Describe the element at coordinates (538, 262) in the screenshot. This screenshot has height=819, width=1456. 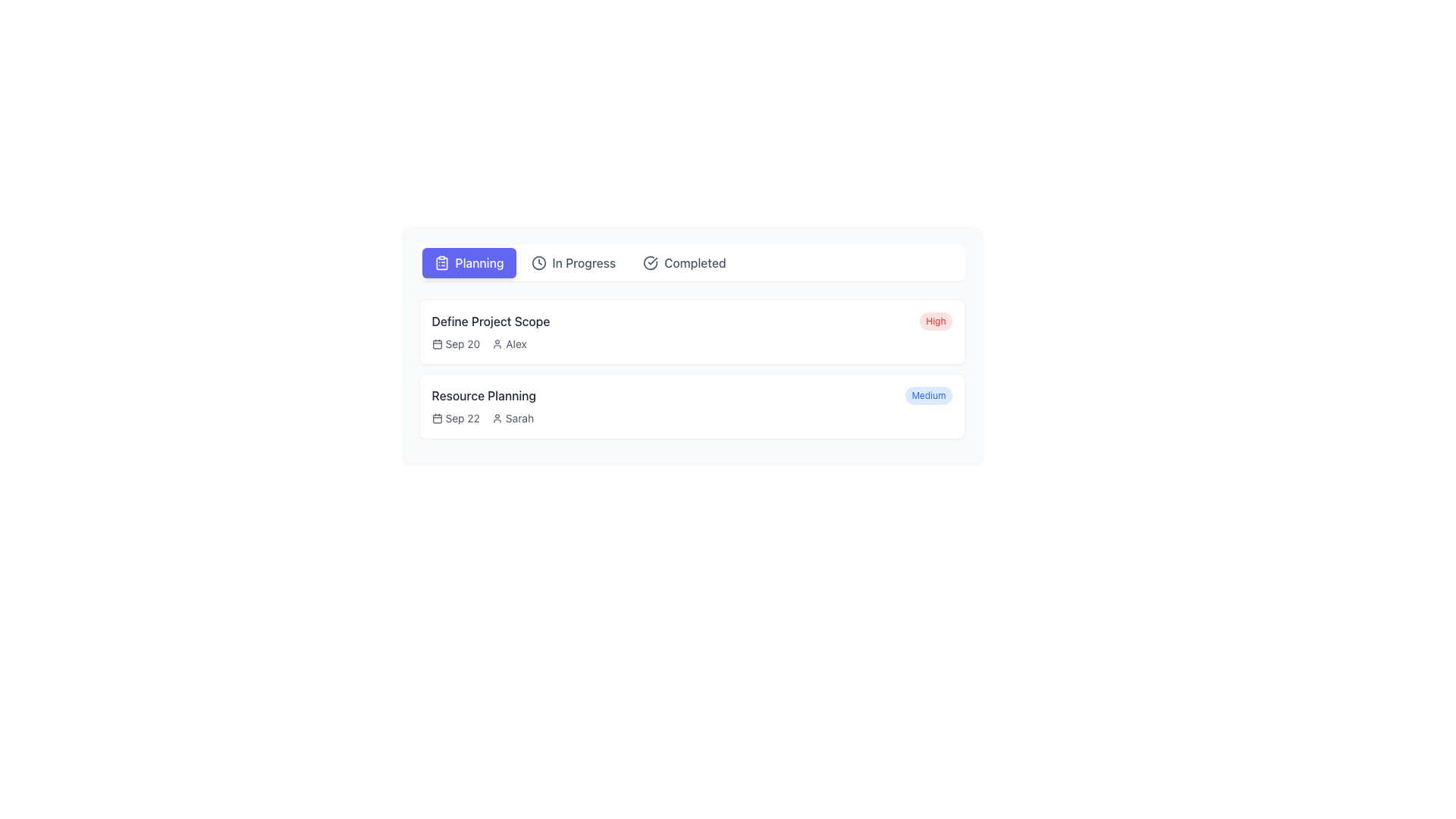
I see `the clock icon located to the left of the 'In Progress' label for navigational purposes` at that location.